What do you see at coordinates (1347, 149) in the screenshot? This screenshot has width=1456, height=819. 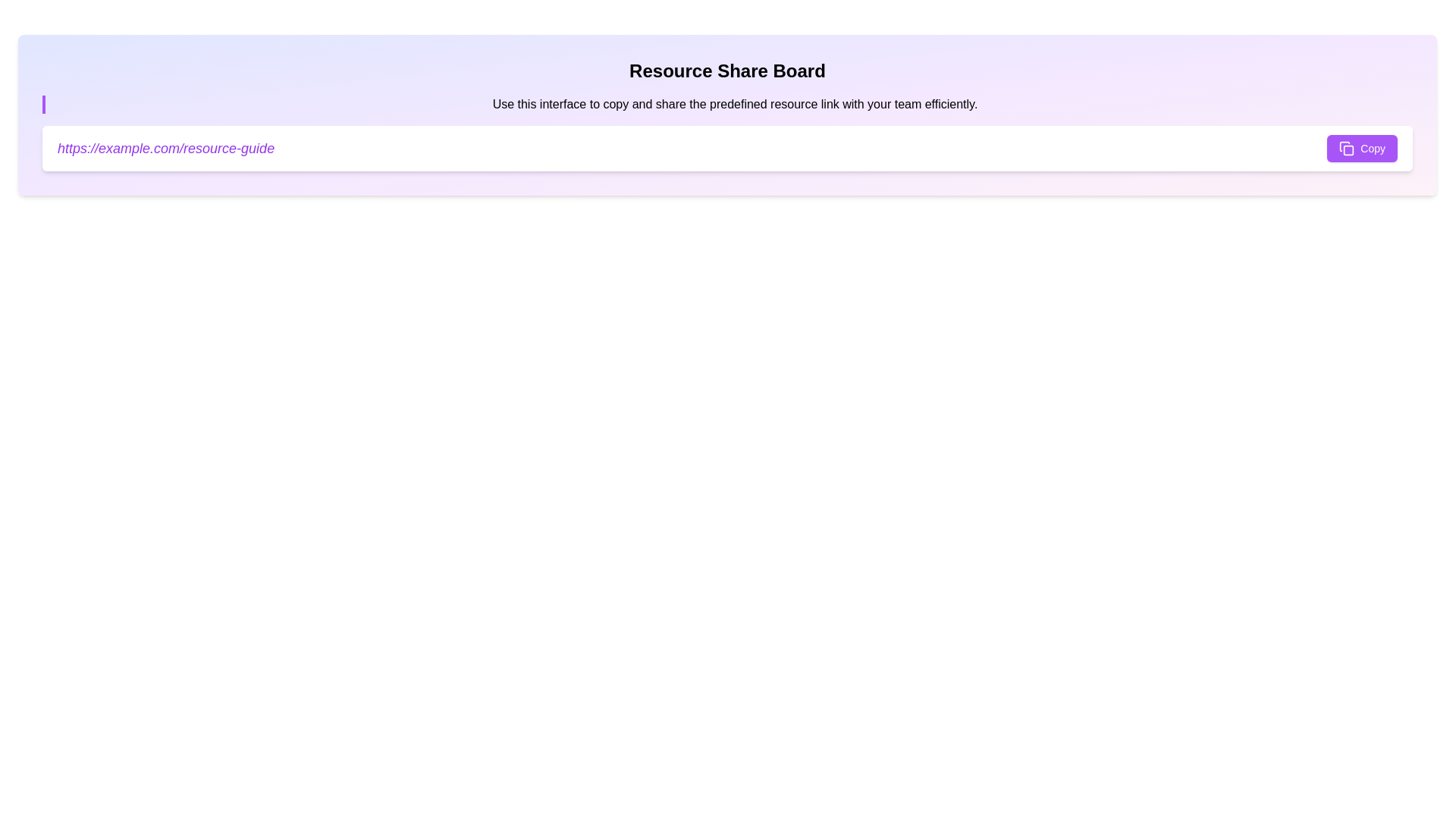 I see `the SVG icon representing a 'copy' operation, which is located within a purple button adjacent to the 'Copy' text` at bounding box center [1347, 149].